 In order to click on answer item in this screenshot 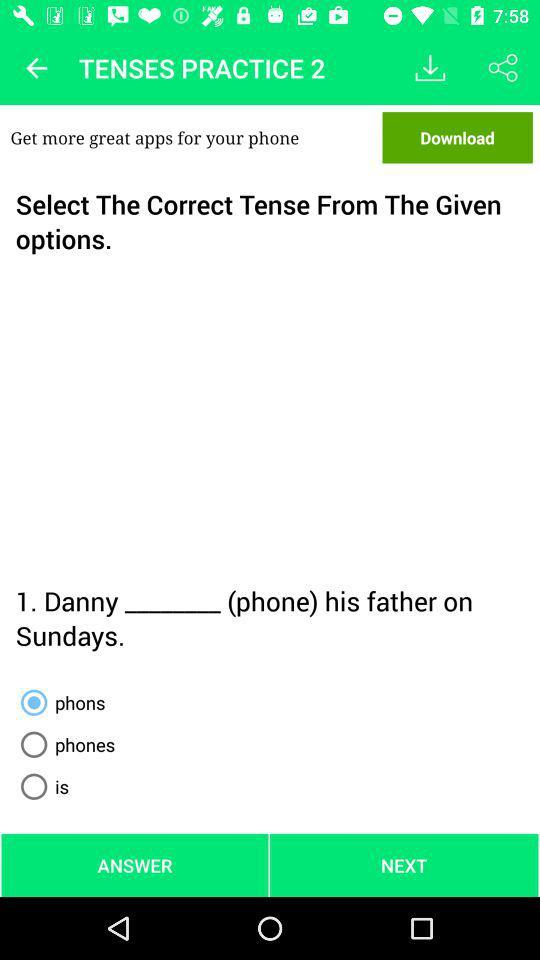, I will do `click(135, 864)`.